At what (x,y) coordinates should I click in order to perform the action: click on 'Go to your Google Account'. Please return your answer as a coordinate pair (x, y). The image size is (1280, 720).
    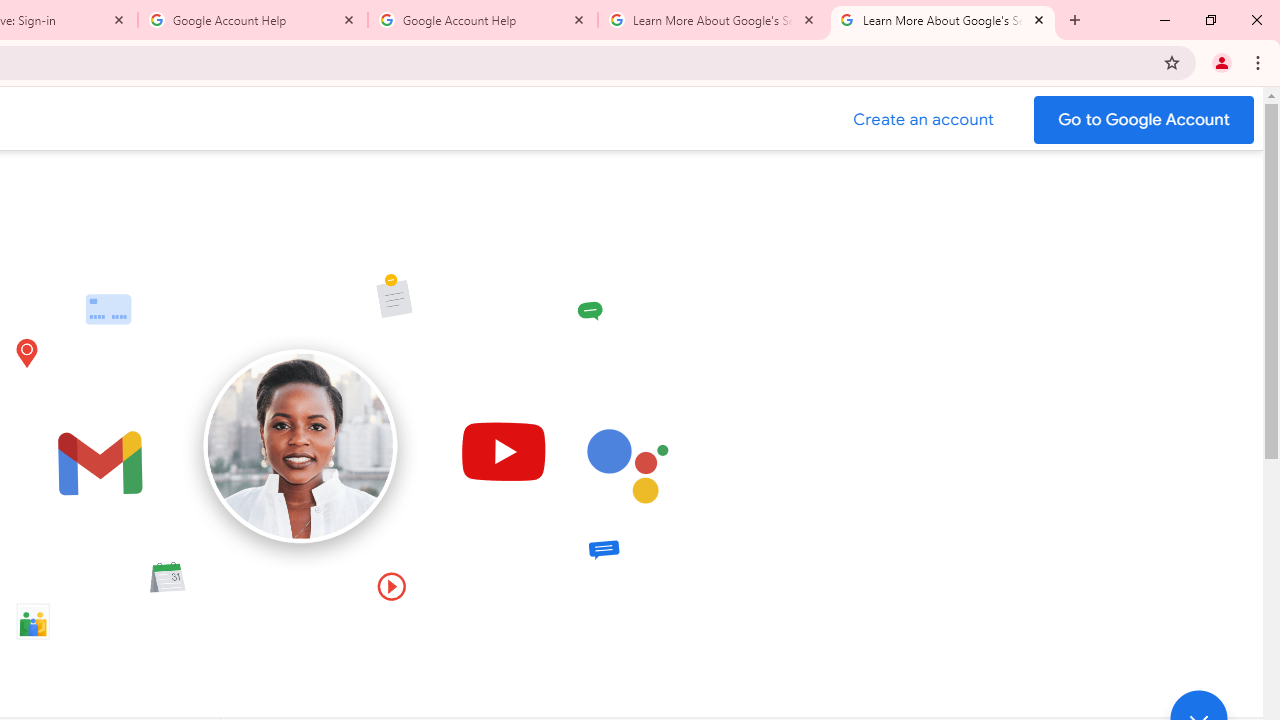
    Looking at the image, I should click on (1144, 119).